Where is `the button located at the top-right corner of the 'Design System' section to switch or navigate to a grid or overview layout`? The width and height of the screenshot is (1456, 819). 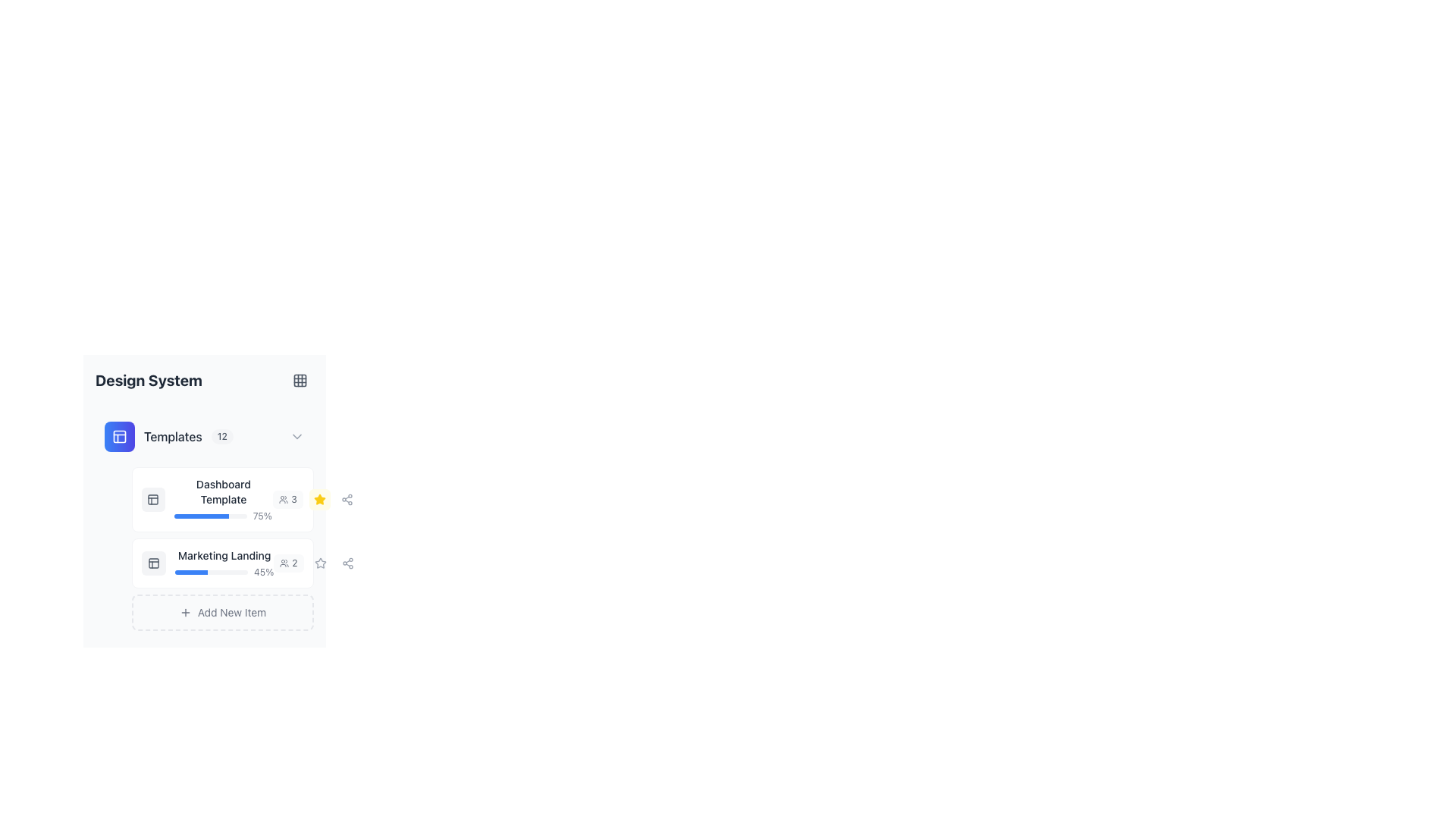
the button located at the top-right corner of the 'Design System' section to switch or navigate to a grid or overview layout is located at coordinates (300, 379).